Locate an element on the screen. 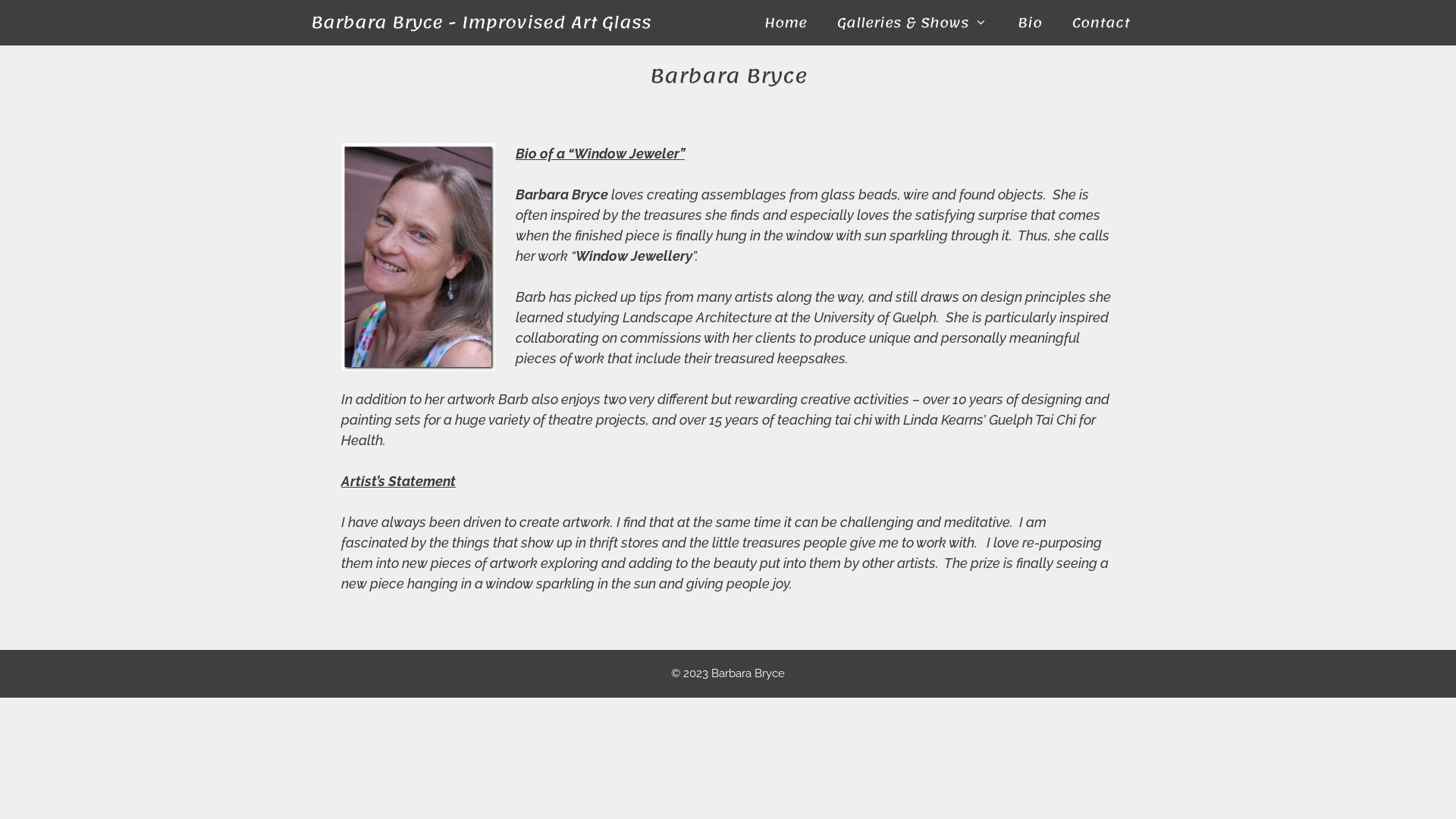 This screenshot has height=819, width=1456. 'Galleries & Shows' is located at coordinates (821, 23).